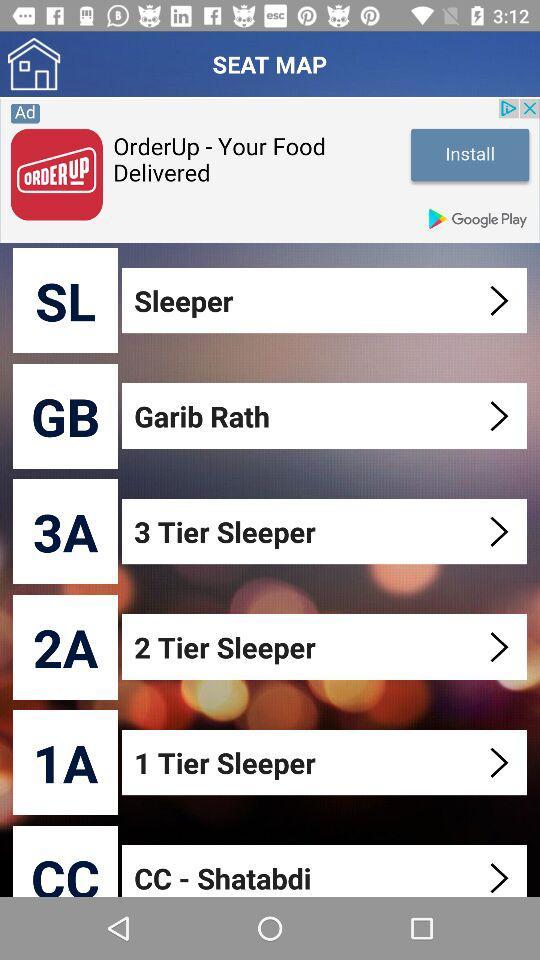 The image size is (540, 960). What do you see at coordinates (65, 530) in the screenshot?
I see `the item next to the 3 tier sleeper icon` at bounding box center [65, 530].